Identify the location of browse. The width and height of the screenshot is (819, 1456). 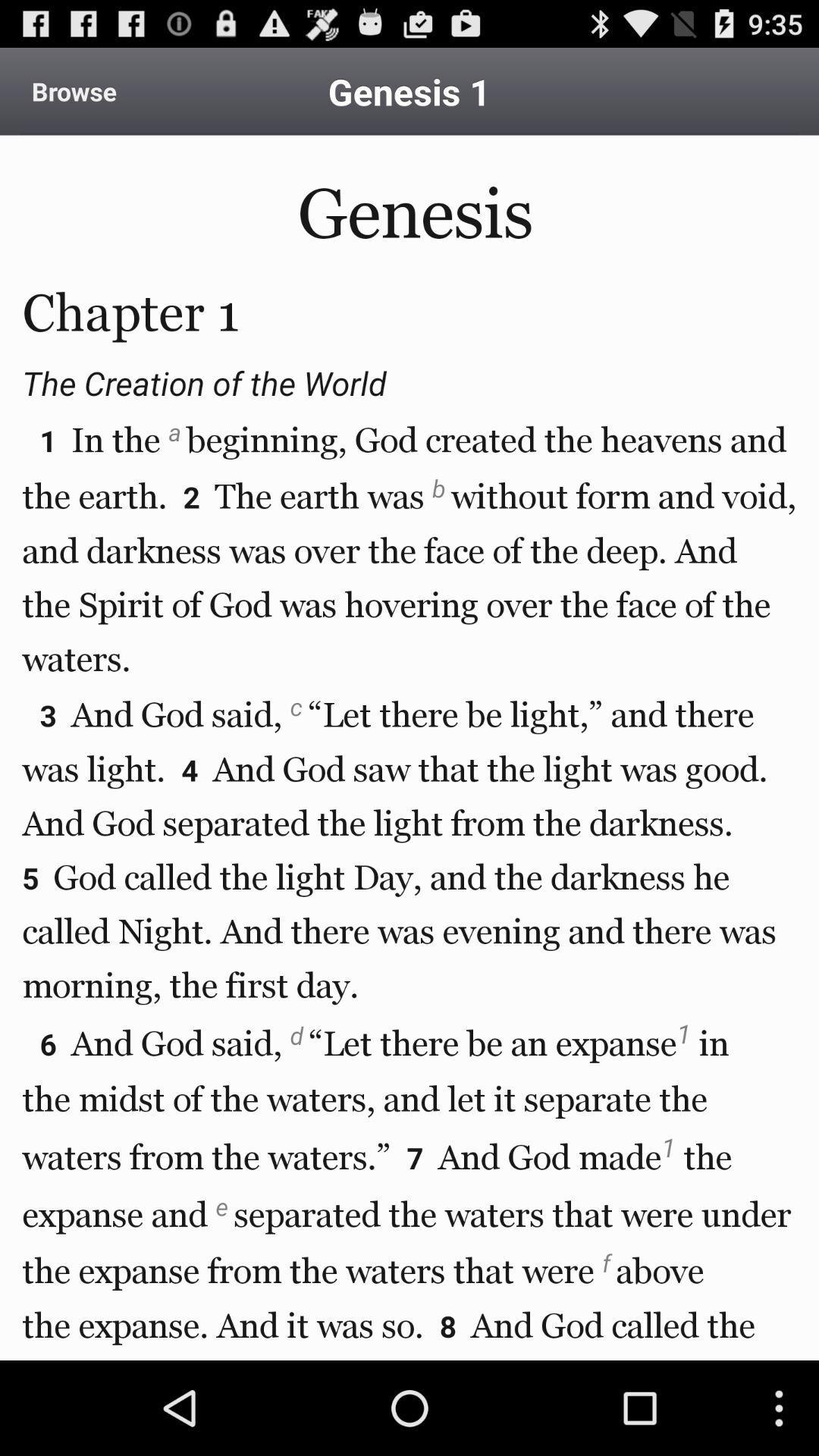
(74, 90).